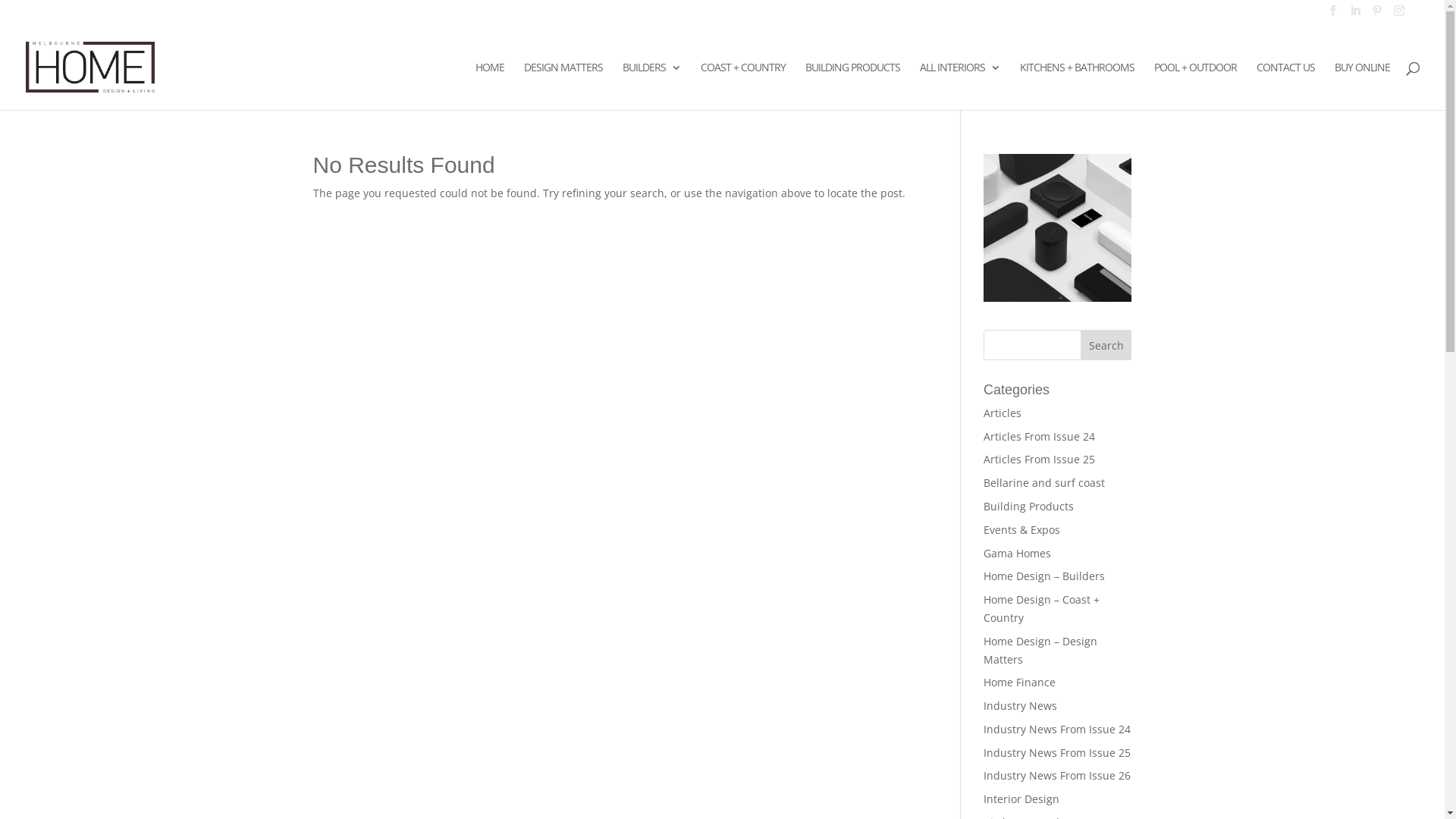  Describe the element at coordinates (563, 86) in the screenshot. I see `'DESIGN MATTERS'` at that location.